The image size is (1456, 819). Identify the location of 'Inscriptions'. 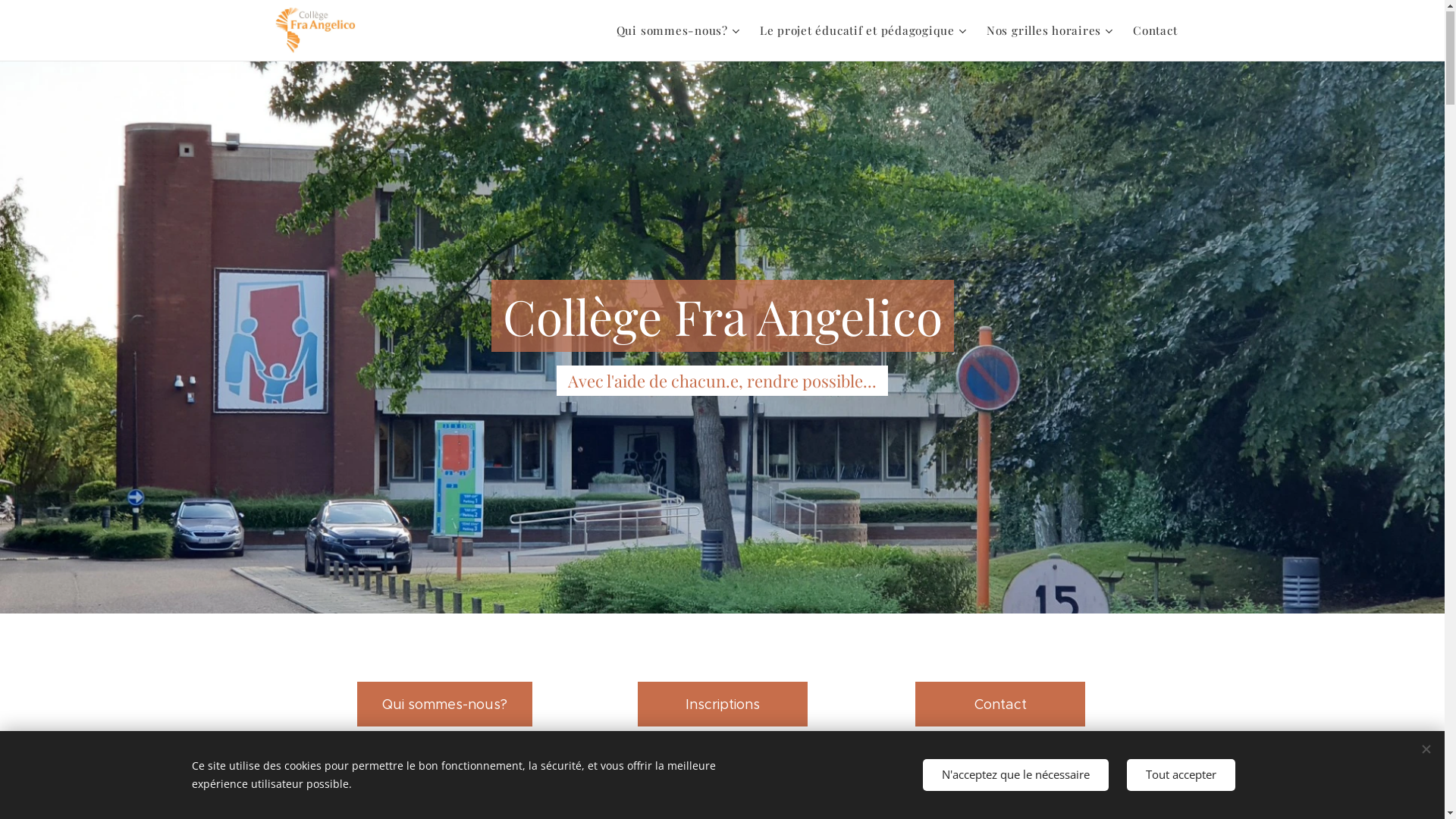
(720, 704).